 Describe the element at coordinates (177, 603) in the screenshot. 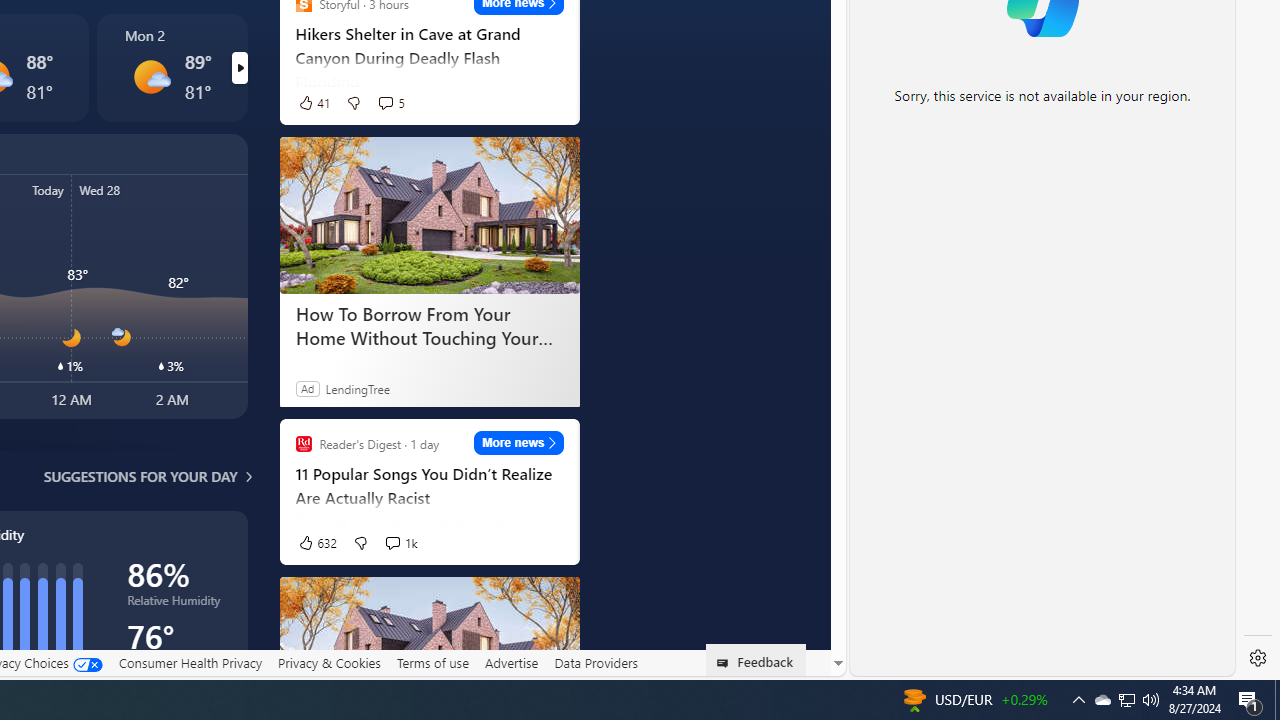

I see `'Relative Humidity'` at that location.